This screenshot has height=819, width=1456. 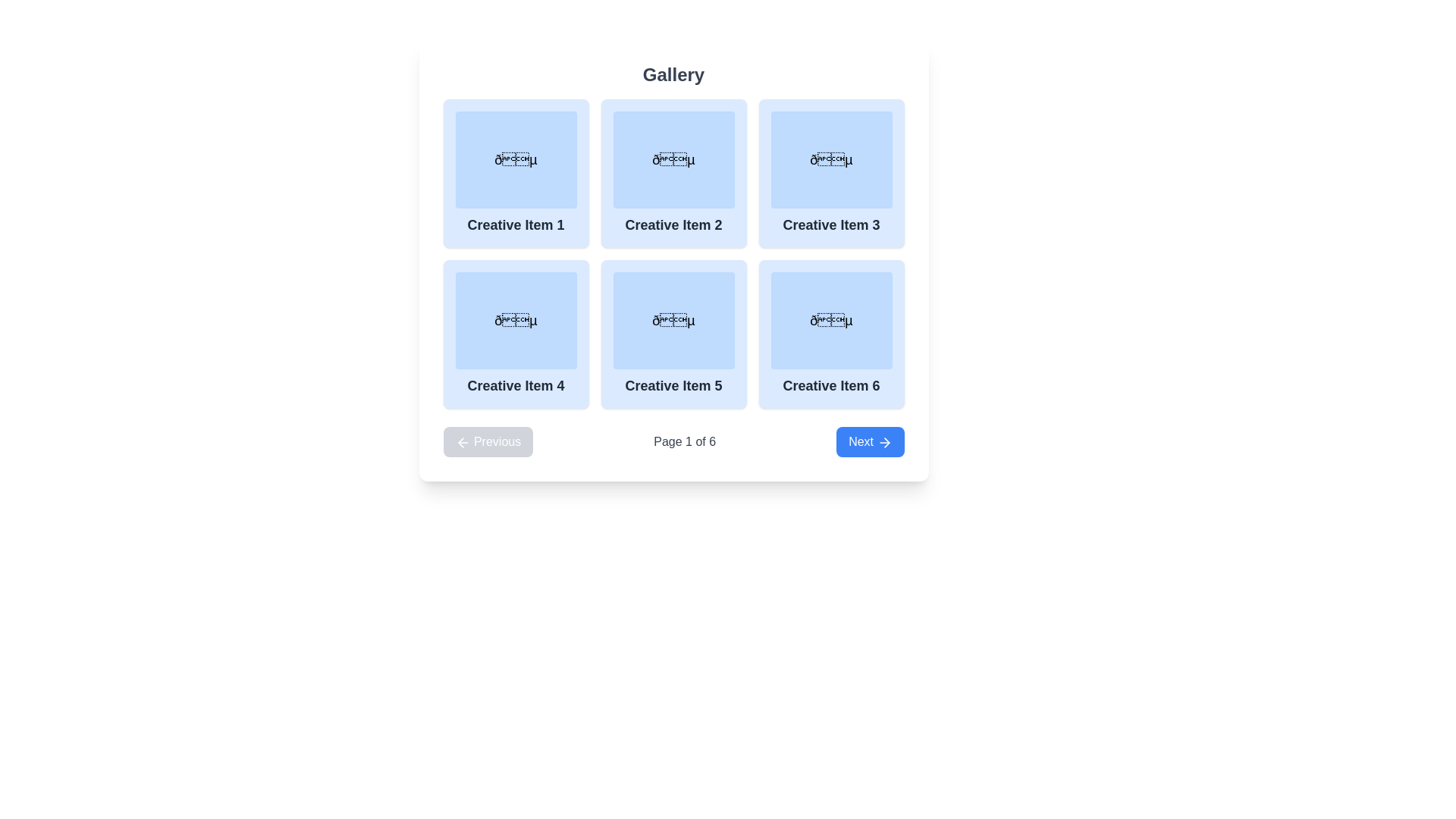 I want to click on the descriptive text label located at the bottom of the third card in the first row of a 2x3 grid layout, so click(x=830, y=225).